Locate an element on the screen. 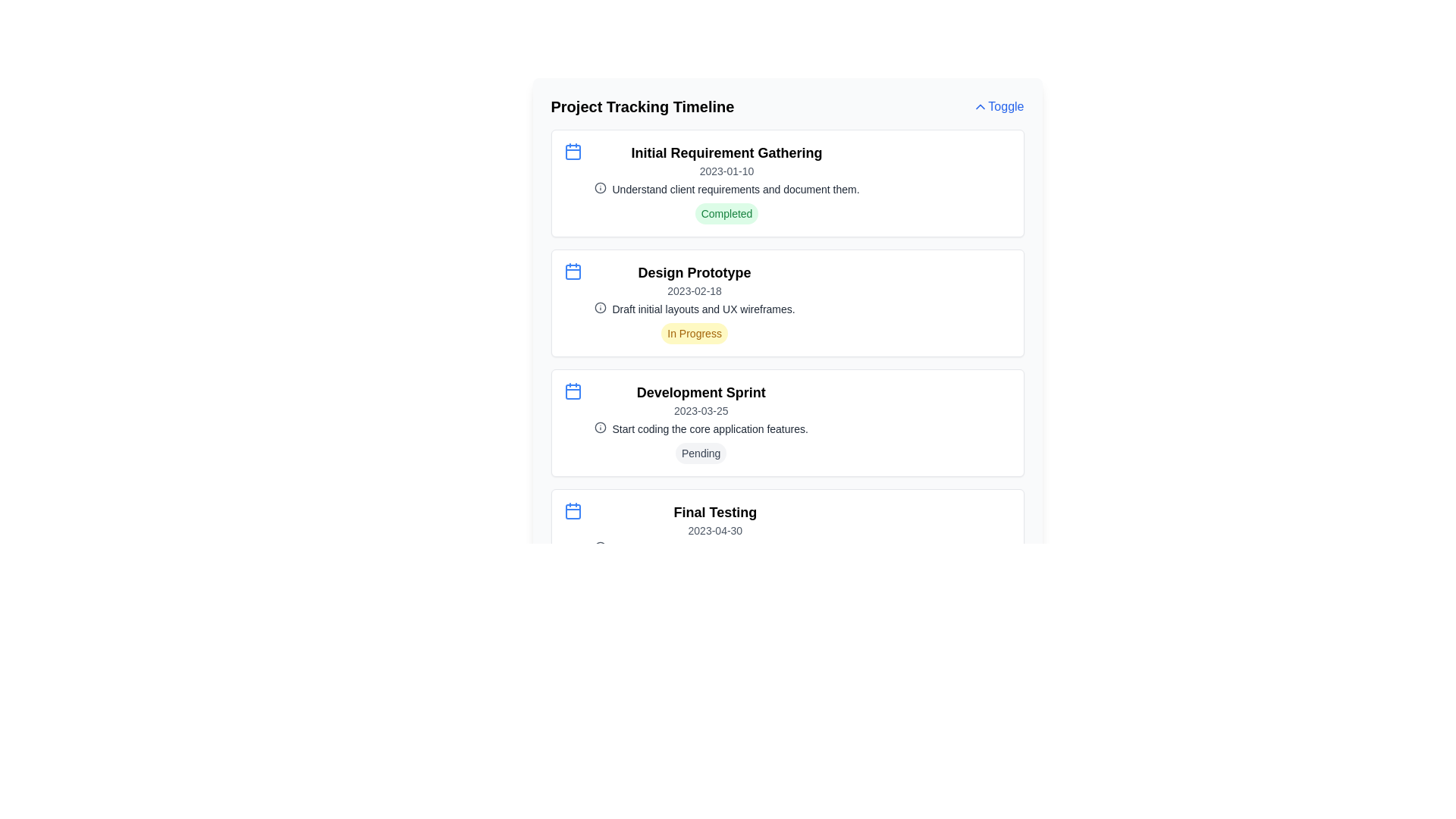 This screenshot has height=819, width=1456. the info icon in the task content block located between 'Design Prototype' and 'Final Testing' is located at coordinates (700, 423).